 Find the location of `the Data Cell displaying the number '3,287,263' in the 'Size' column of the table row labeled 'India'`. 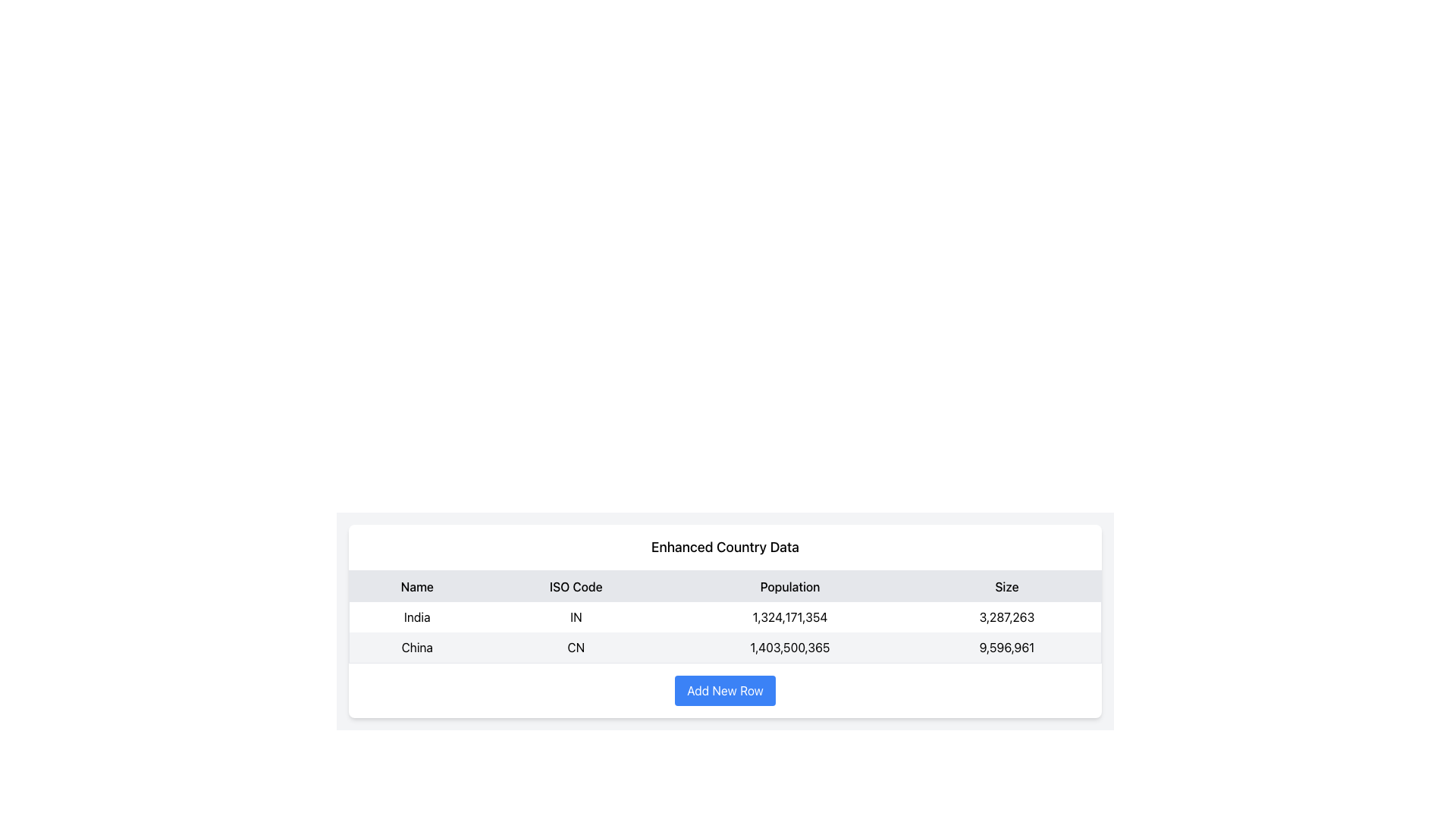

the Data Cell displaying the number '3,287,263' in the 'Size' column of the table row labeled 'India' is located at coordinates (1007, 617).